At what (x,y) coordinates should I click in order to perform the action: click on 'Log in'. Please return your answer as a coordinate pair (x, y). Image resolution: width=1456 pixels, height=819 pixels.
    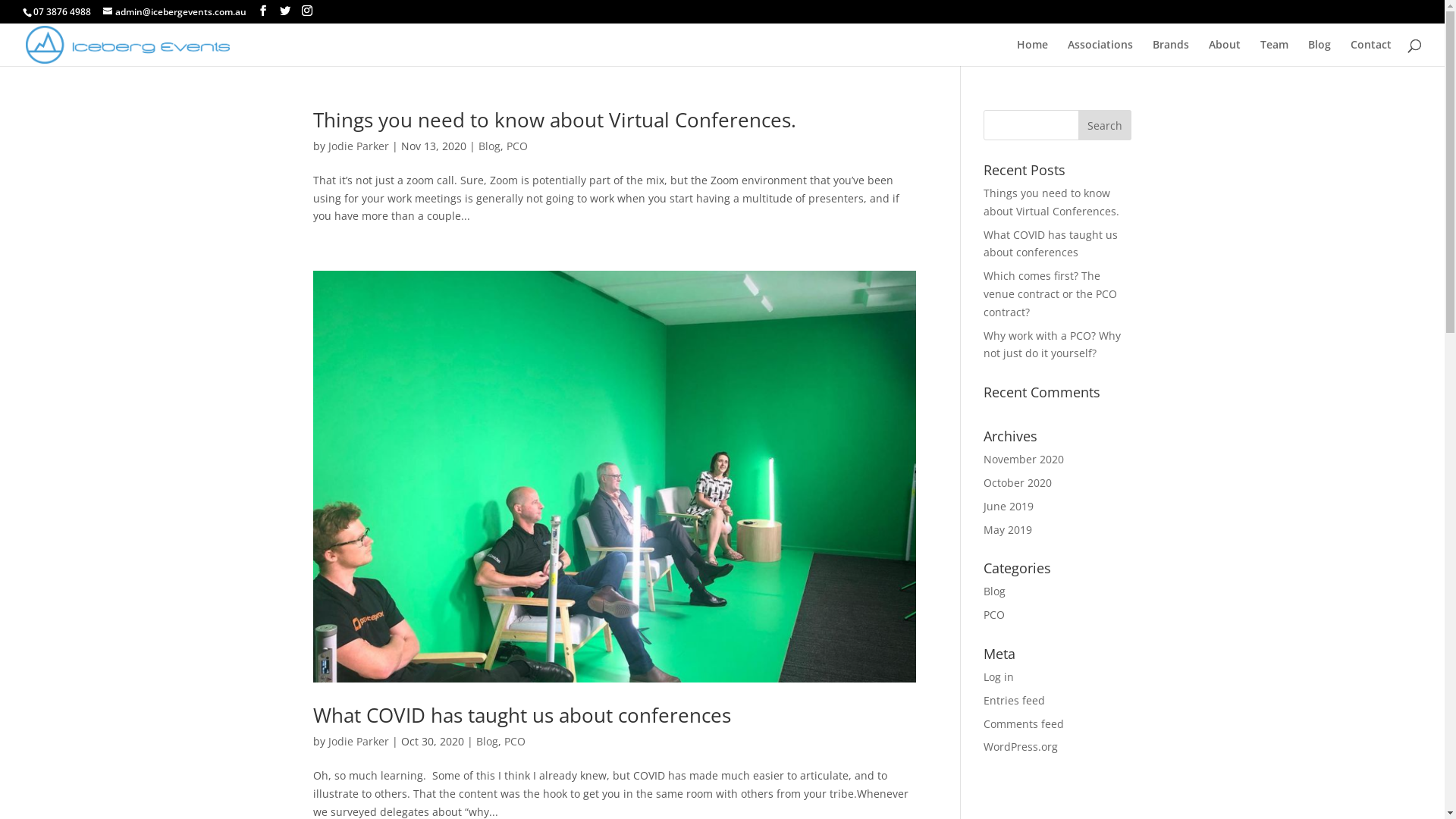
    Looking at the image, I should click on (998, 676).